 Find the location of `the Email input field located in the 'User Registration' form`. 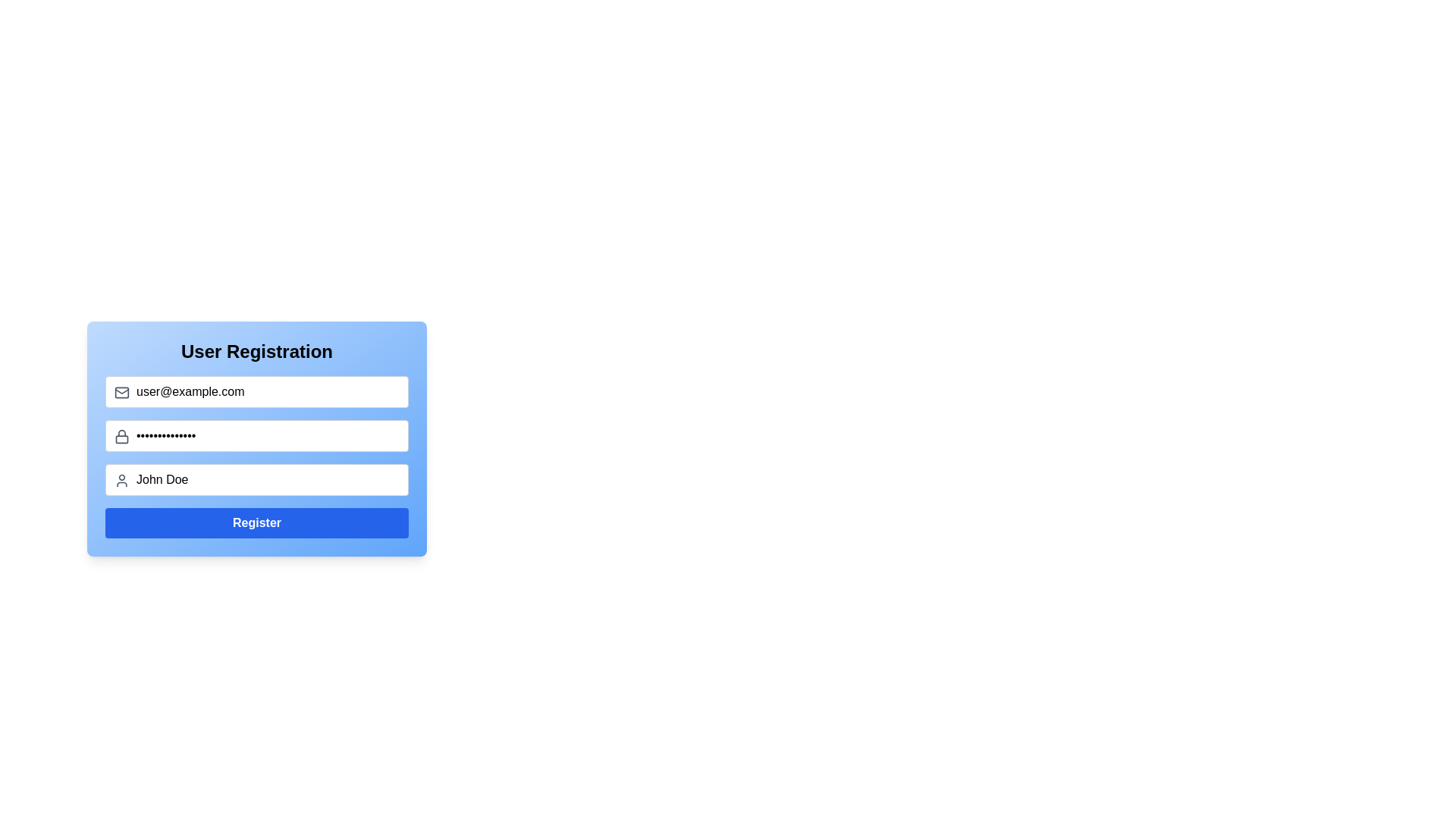

the Email input field located in the 'User Registration' form is located at coordinates (257, 391).